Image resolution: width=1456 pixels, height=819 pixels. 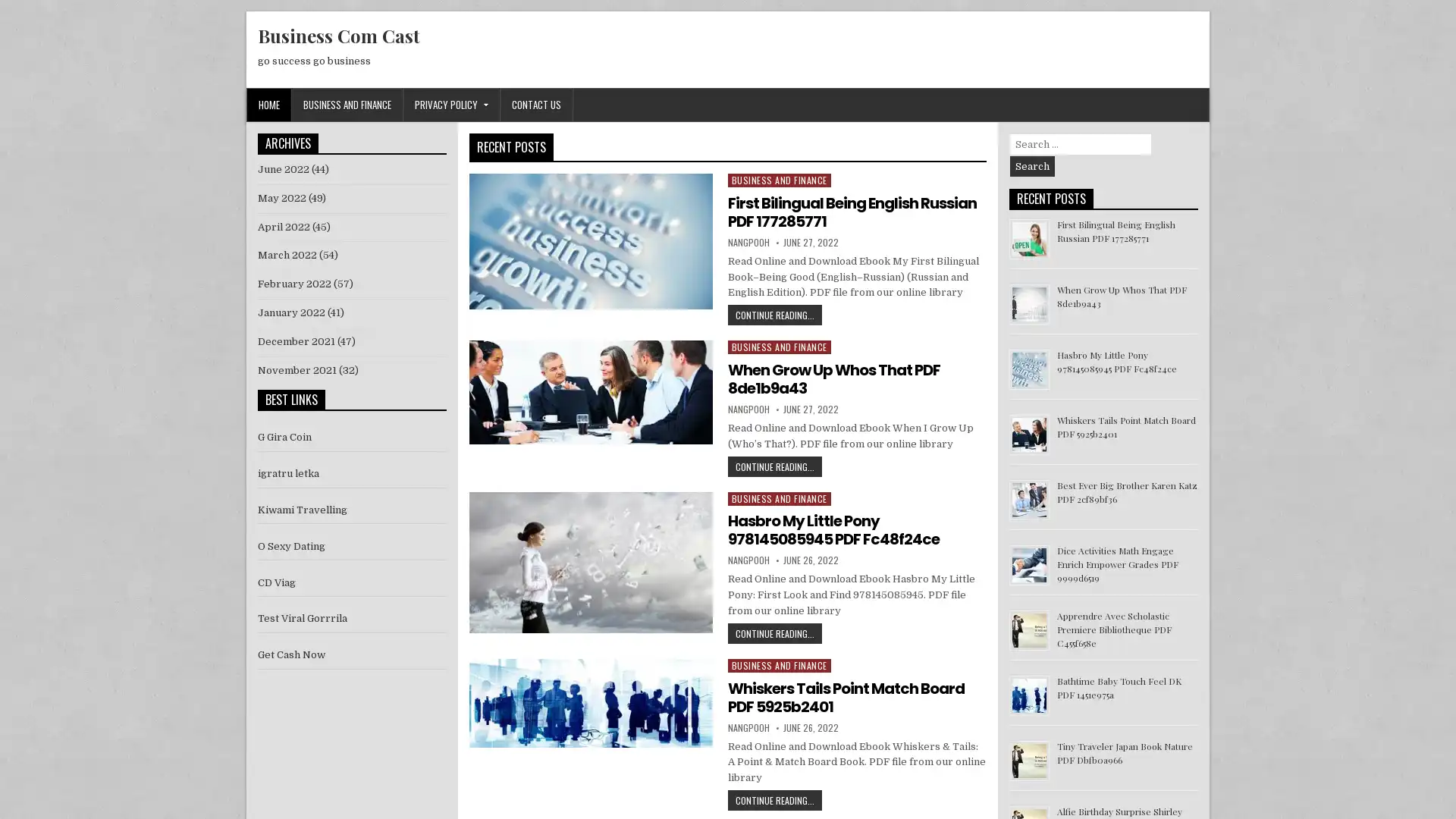 I want to click on Search, so click(x=1031, y=166).